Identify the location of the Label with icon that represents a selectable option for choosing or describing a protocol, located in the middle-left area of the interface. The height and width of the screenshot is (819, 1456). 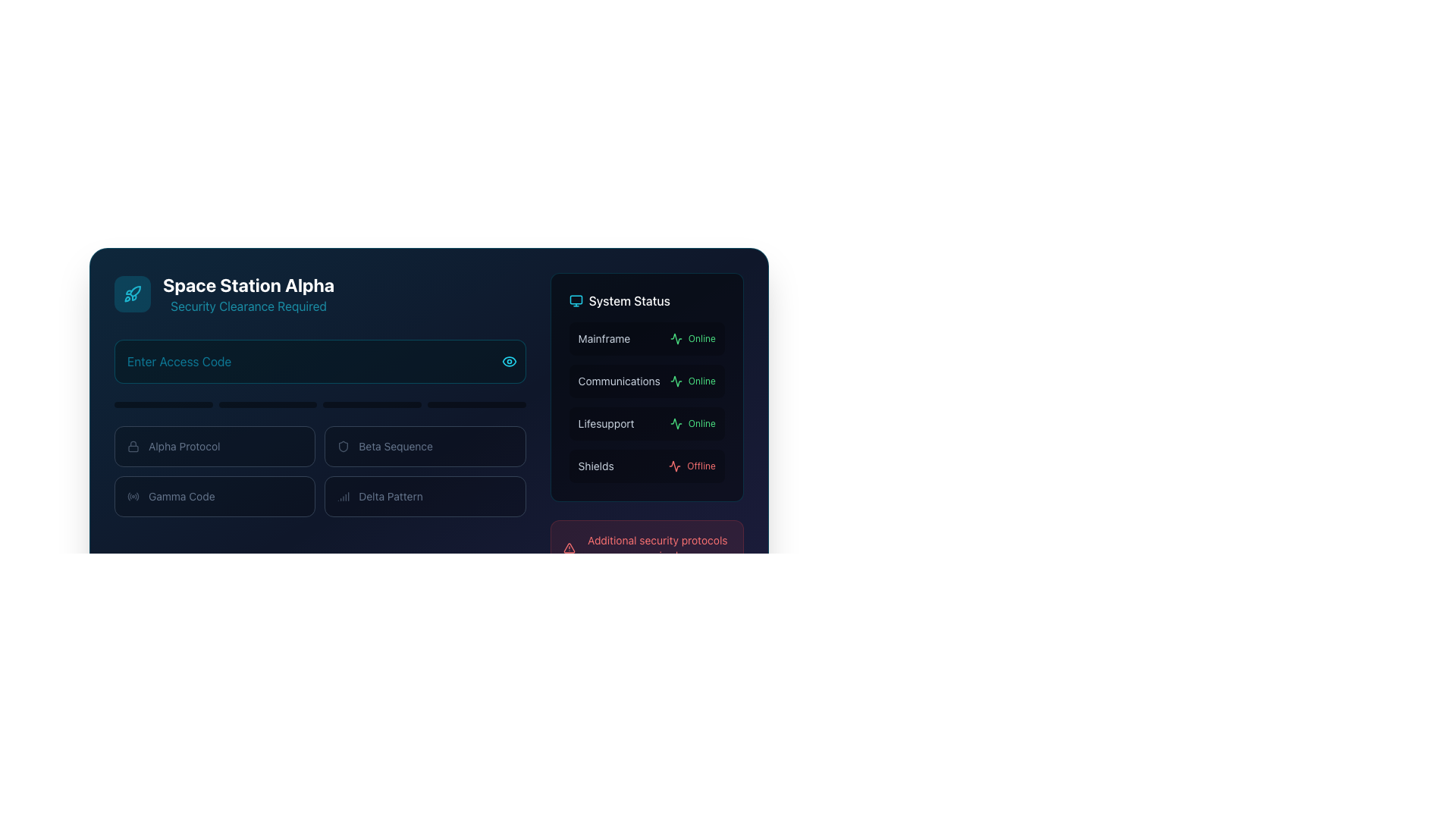
(214, 446).